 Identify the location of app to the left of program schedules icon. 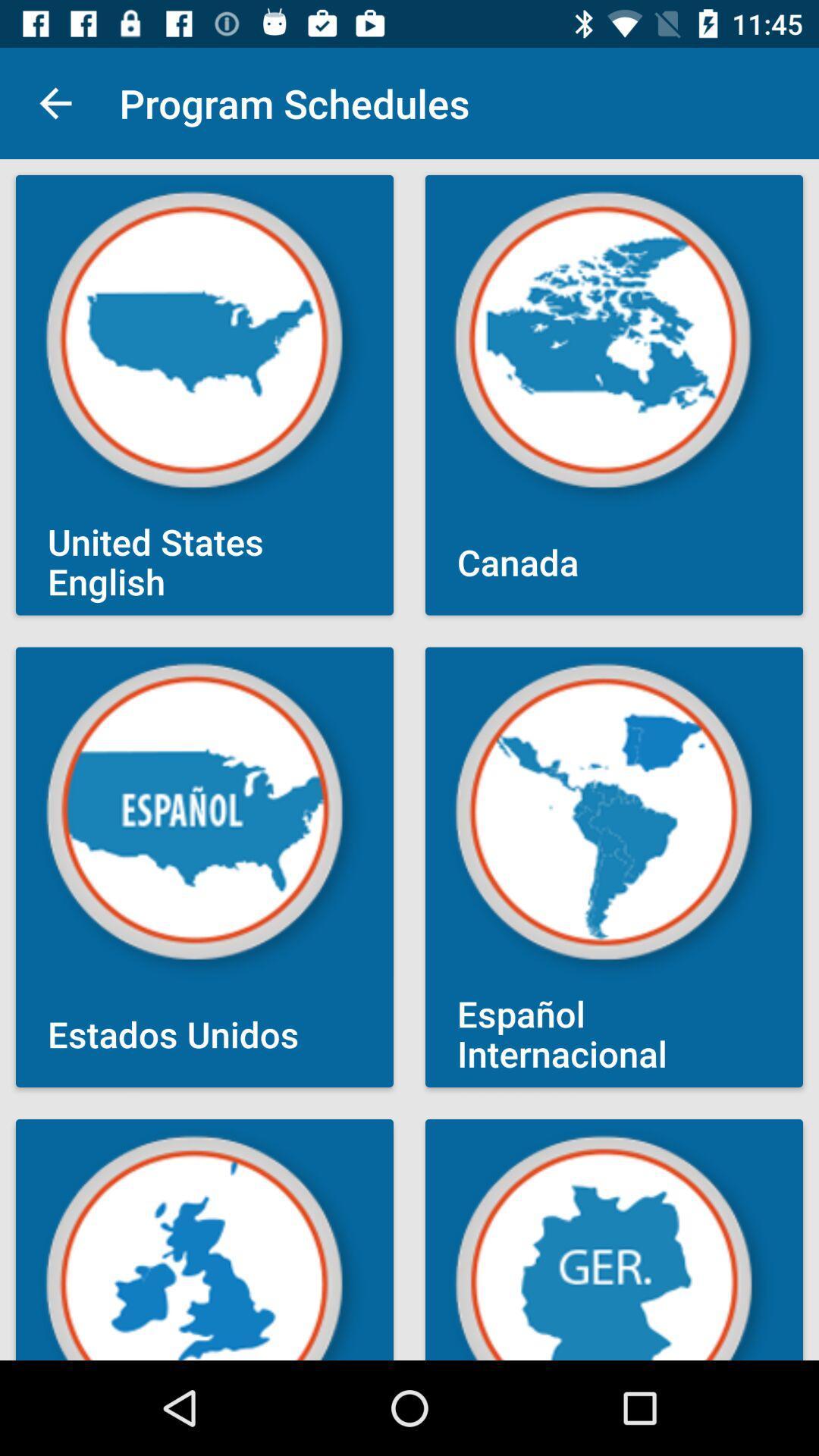
(55, 102).